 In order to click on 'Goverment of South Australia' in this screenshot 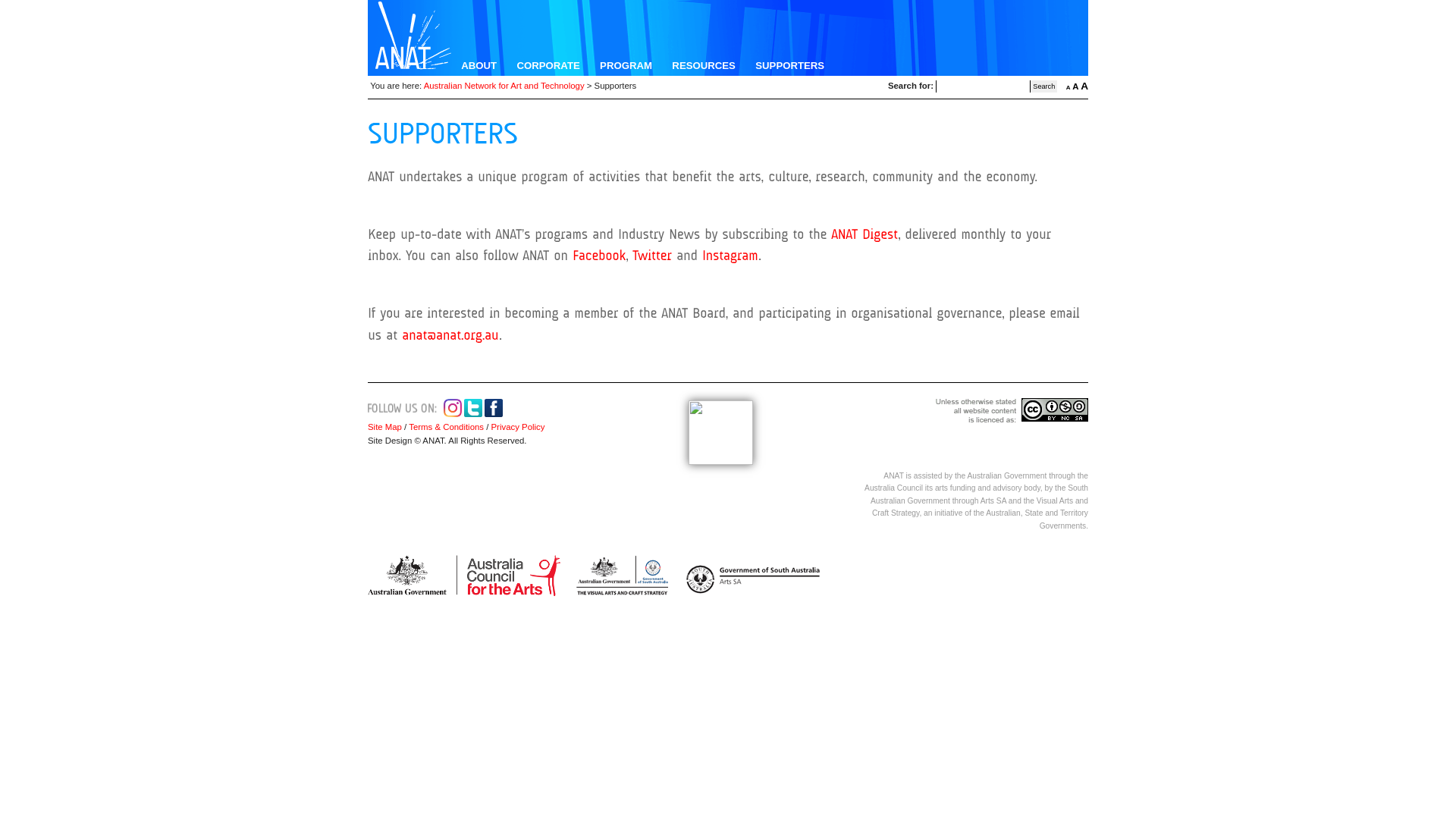, I will do `click(748, 576)`.